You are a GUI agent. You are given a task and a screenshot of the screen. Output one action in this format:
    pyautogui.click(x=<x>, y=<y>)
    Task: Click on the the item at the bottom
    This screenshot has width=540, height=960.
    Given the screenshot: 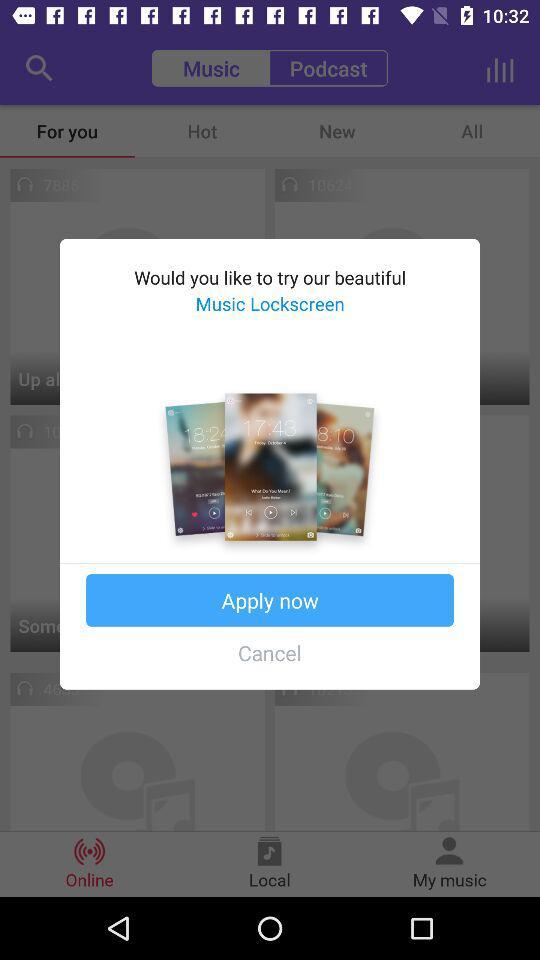 What is the action you would take?
    pyautogui.click(x=270, y=651)
    